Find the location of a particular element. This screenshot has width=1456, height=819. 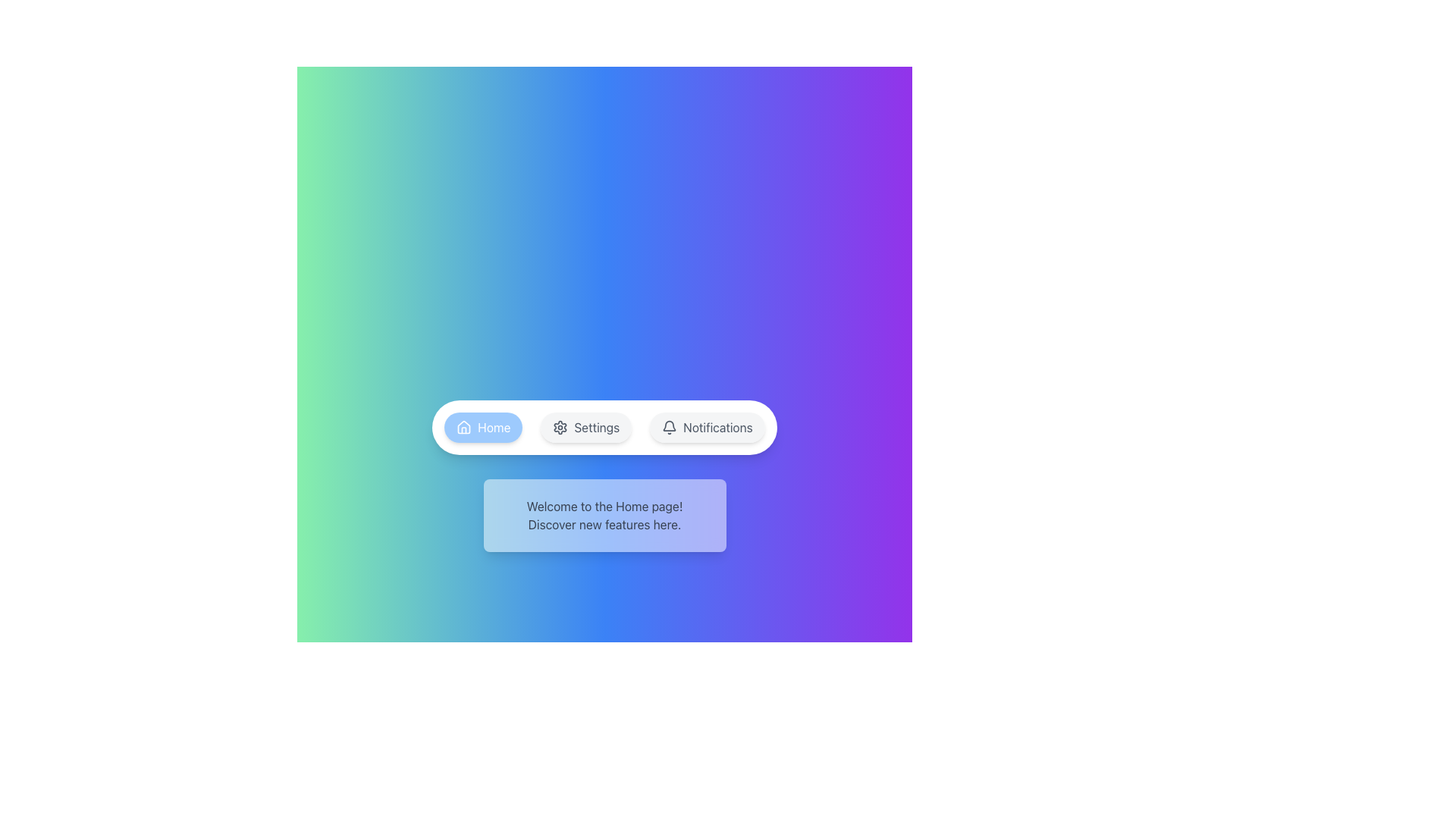

the house icon located at the left end of the top navigation bar, which resembles a typical home illustration is located at coordinates (463, 427).